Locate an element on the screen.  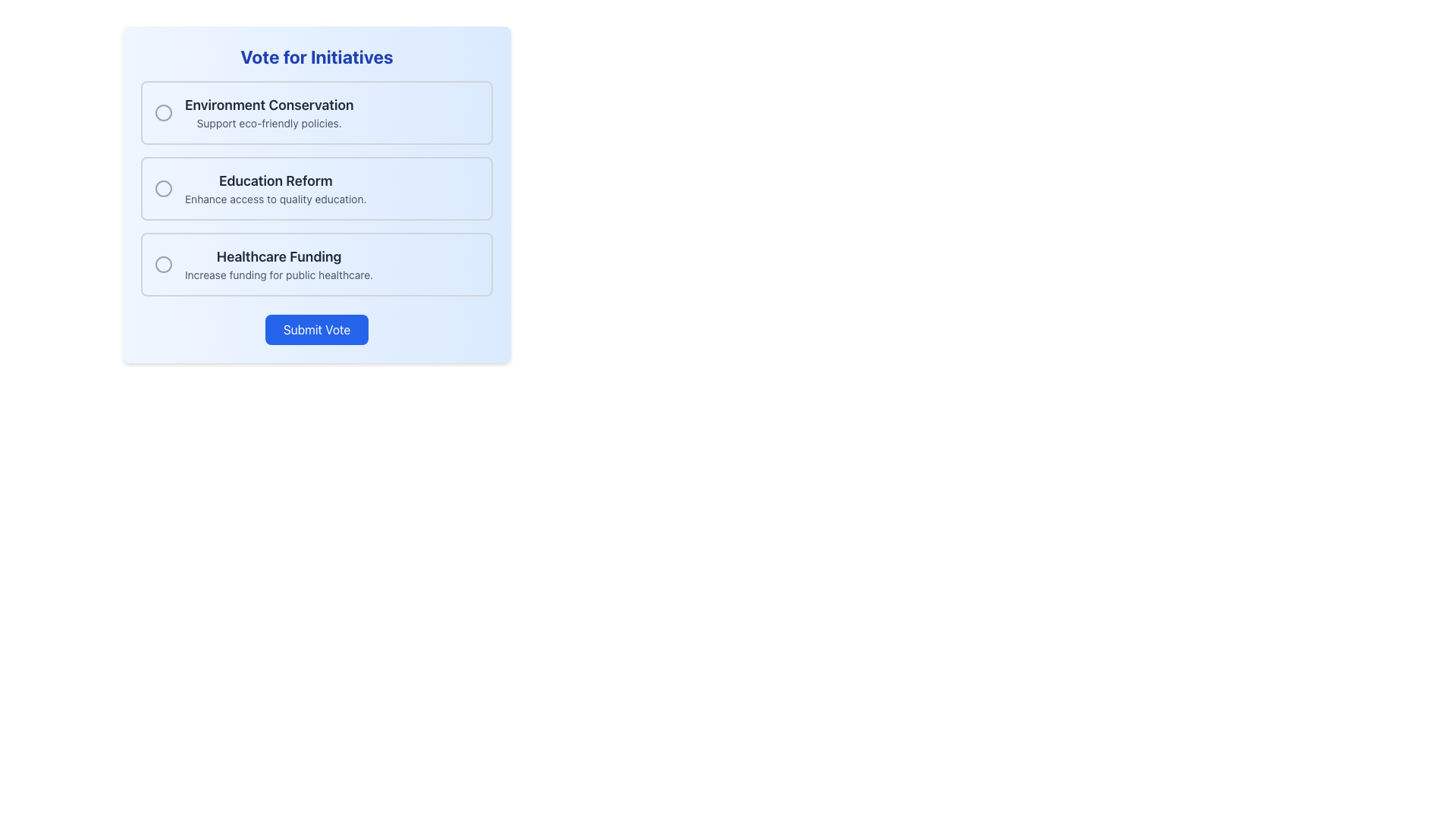
the blue rectangular 'Submit Vote' button located at the bottom center of the voting interface is located at coordinates (315, 329).